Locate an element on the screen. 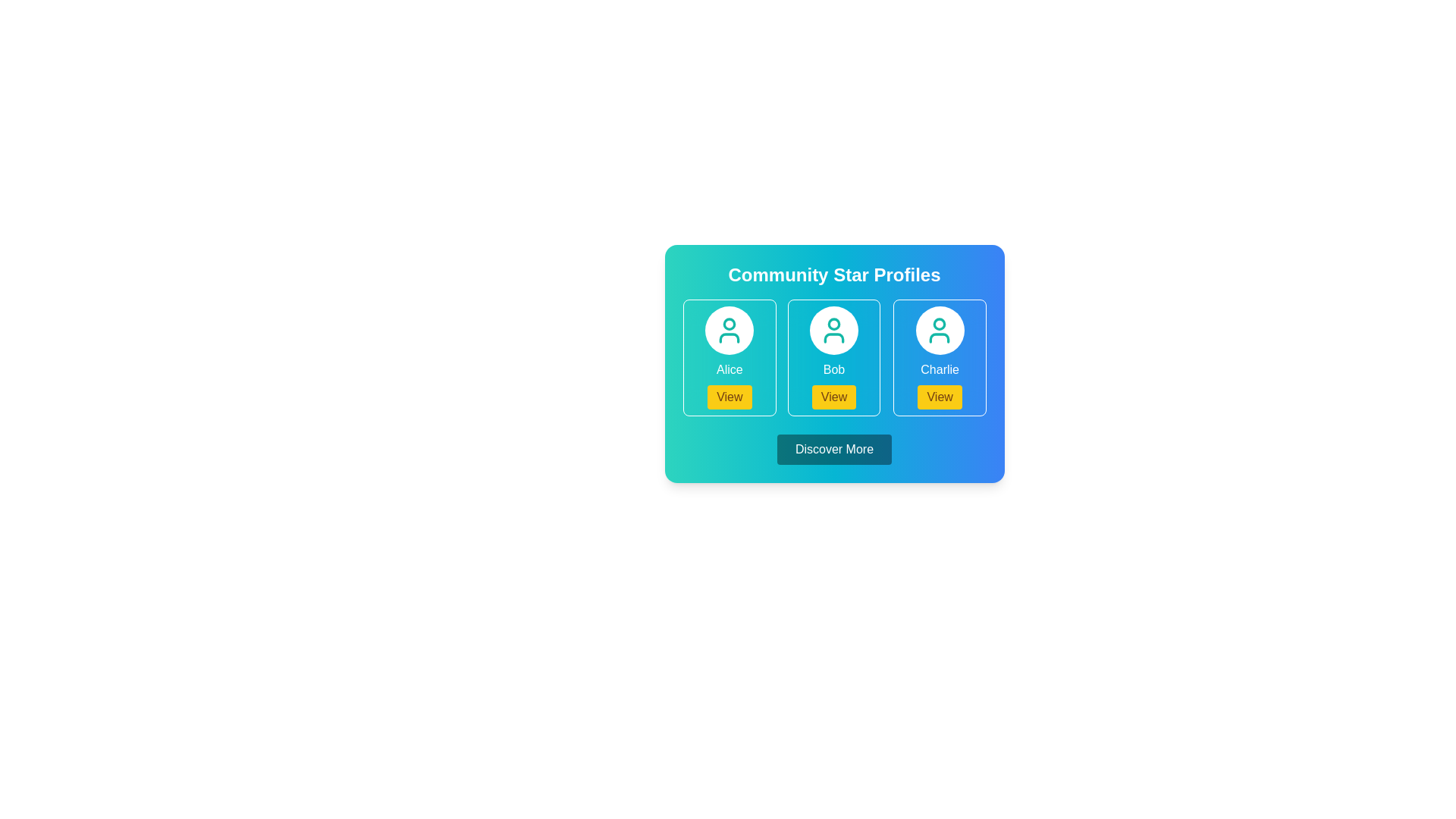 The image size is (1456, 819). the user profile icon representing 'Alice' in the Community Star Profiles section, located at the top-left corner of the section is located at coordinates (729, 329).